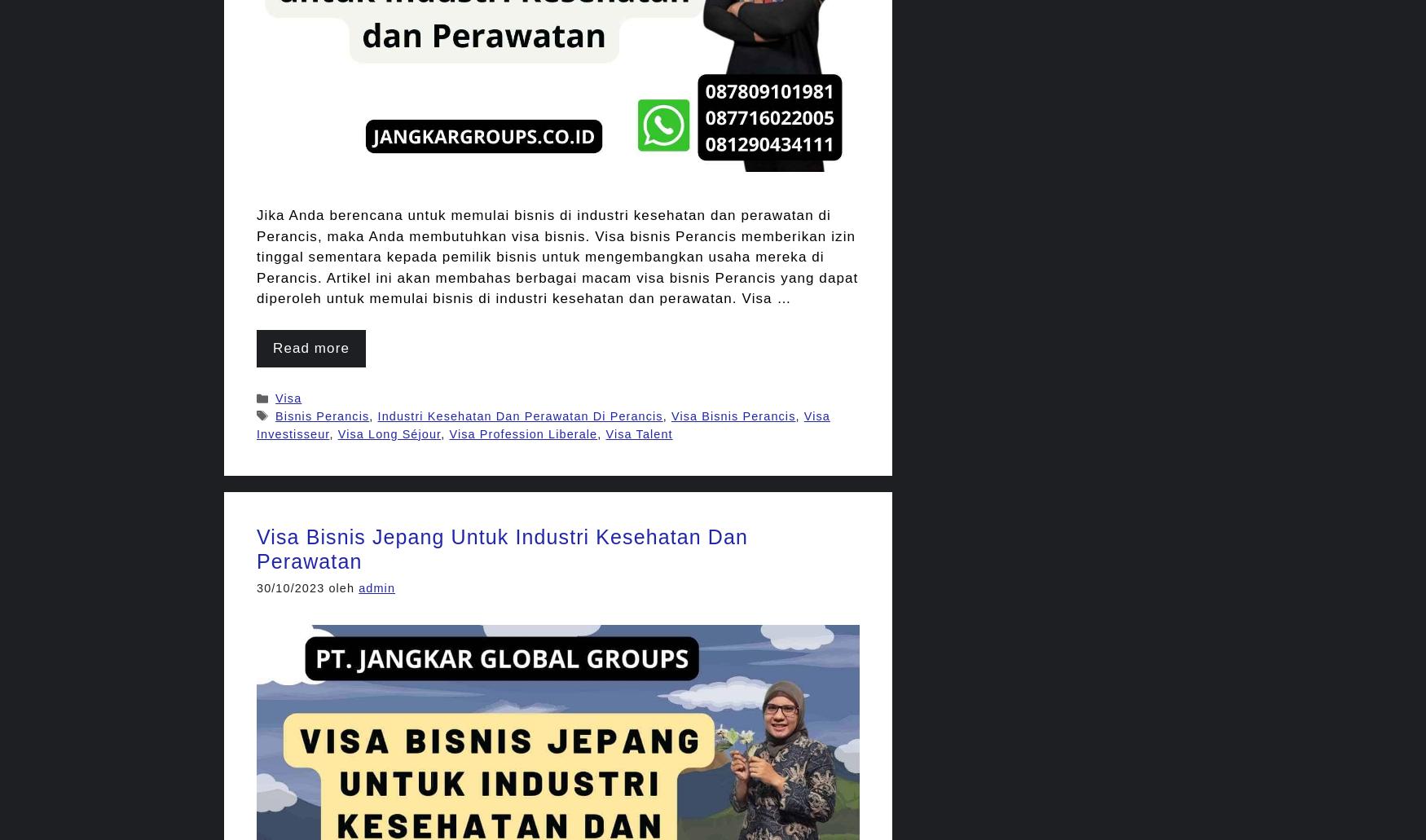  I want to click on 'Visa Profession Liberale', so click(522, 432).